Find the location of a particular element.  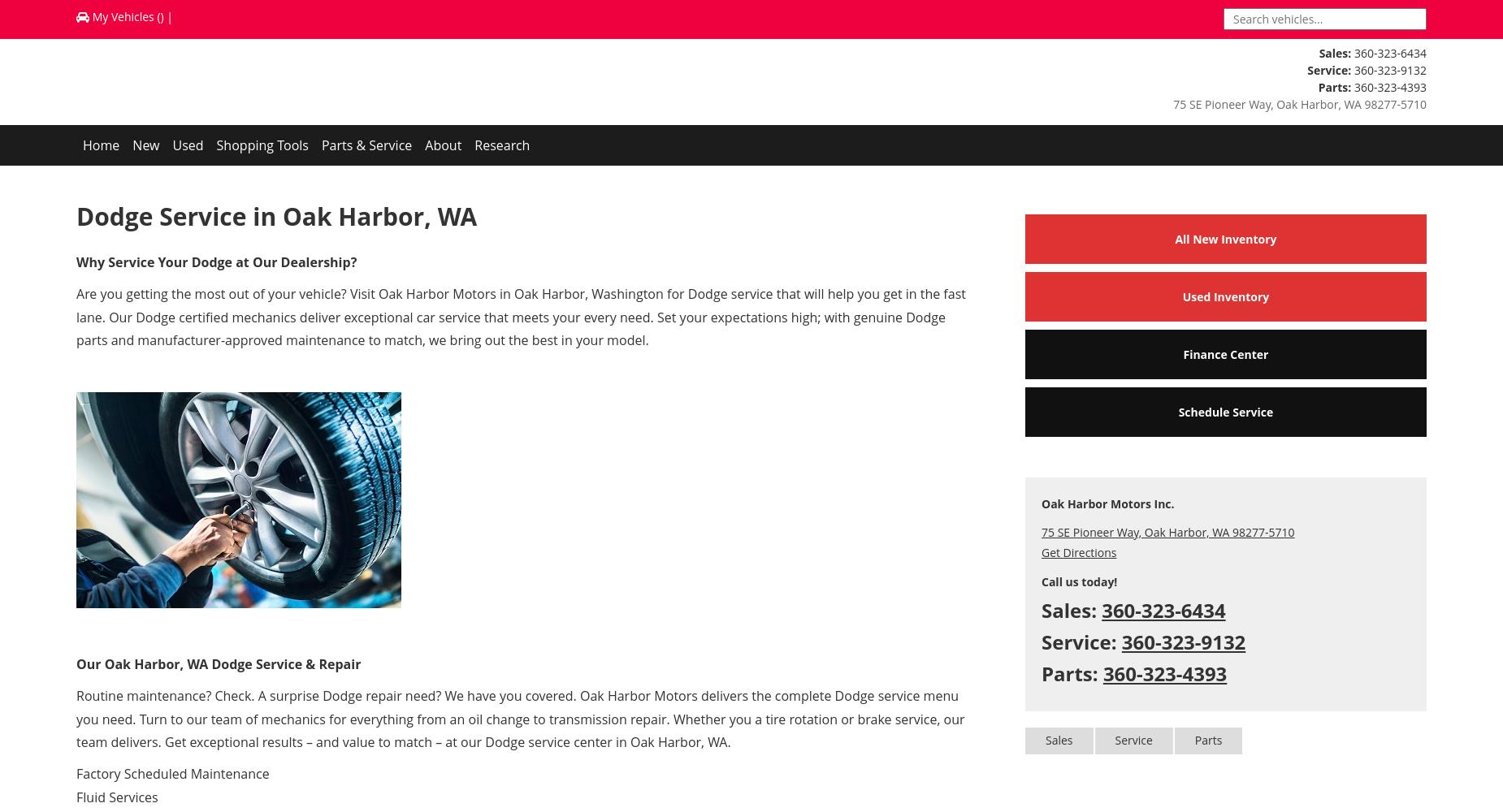

'All New Inventory' is located at coordinates (1225, 239).